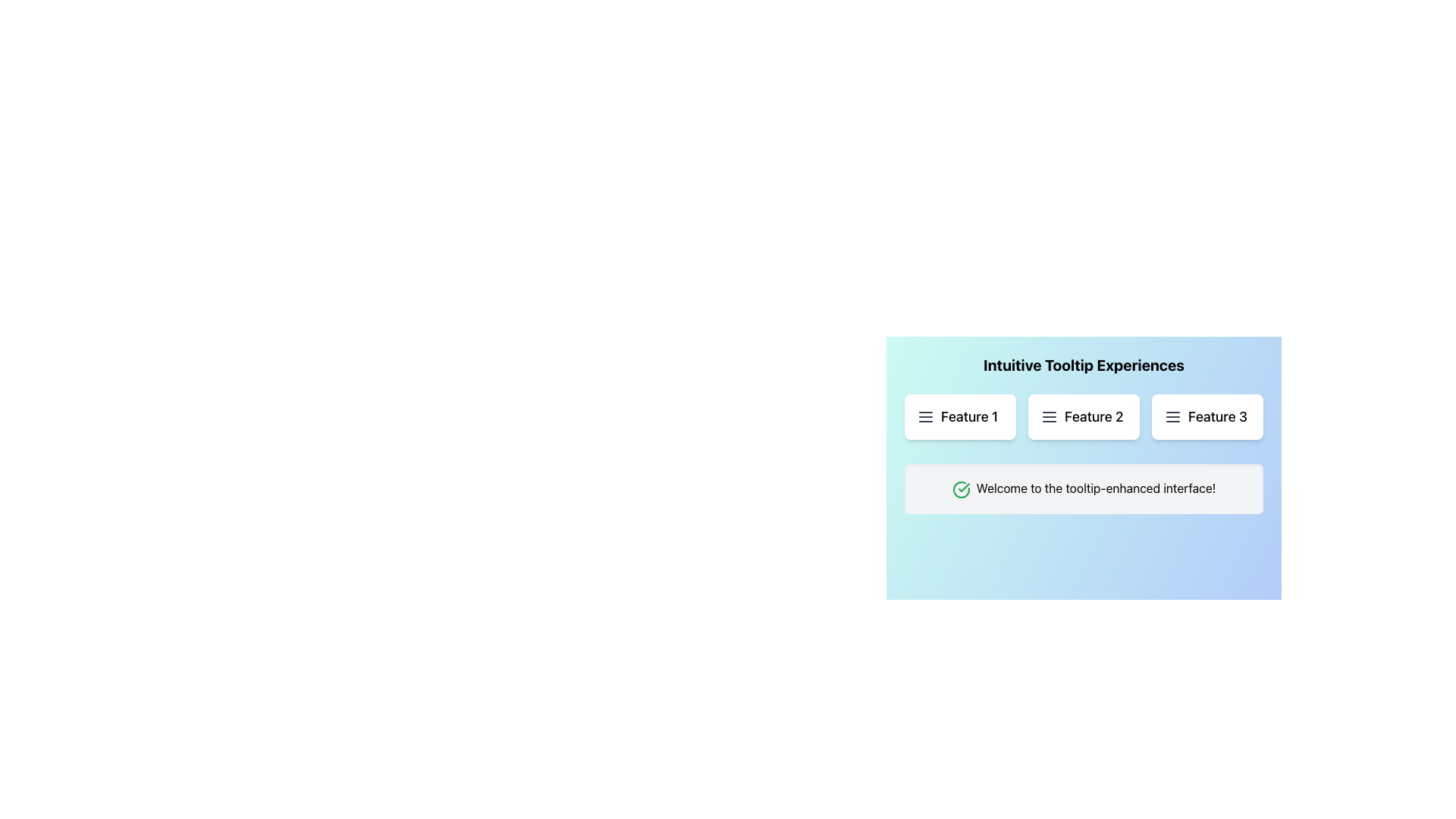 The width and height of the screenshot is (1456, 819). What do you see at coordinates (1083, 366) in the screenshot?
I see `the centered bold text displaying 'Intuitive Tooltip Experiences', which is positioned above other elements and has a large font size with the class 'text-xl font-bold text-center mb-6'` at bounding box center [1083, 366].